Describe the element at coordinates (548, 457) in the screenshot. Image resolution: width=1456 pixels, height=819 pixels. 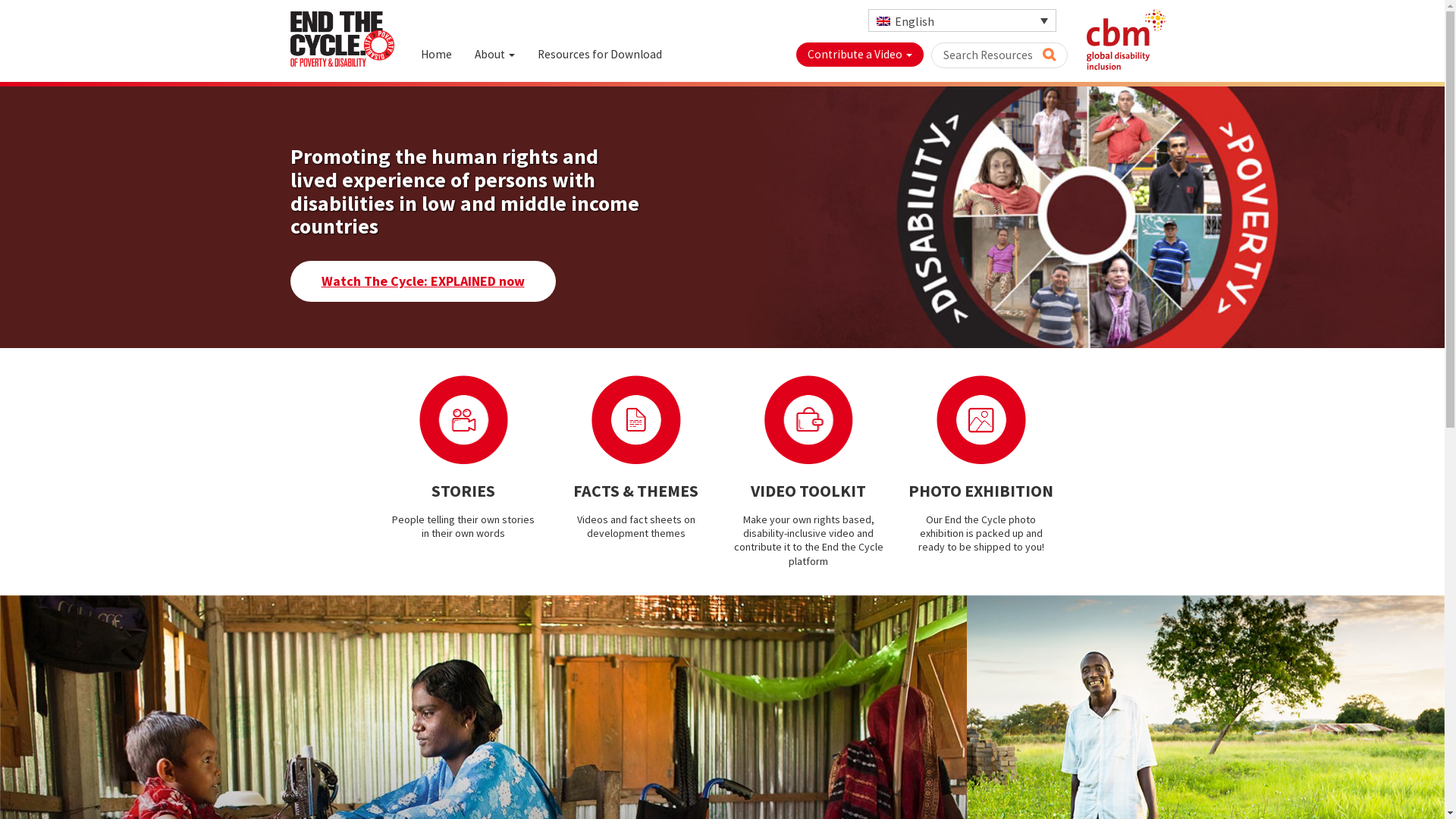
I see `'FACTS & THEMES` at that location.